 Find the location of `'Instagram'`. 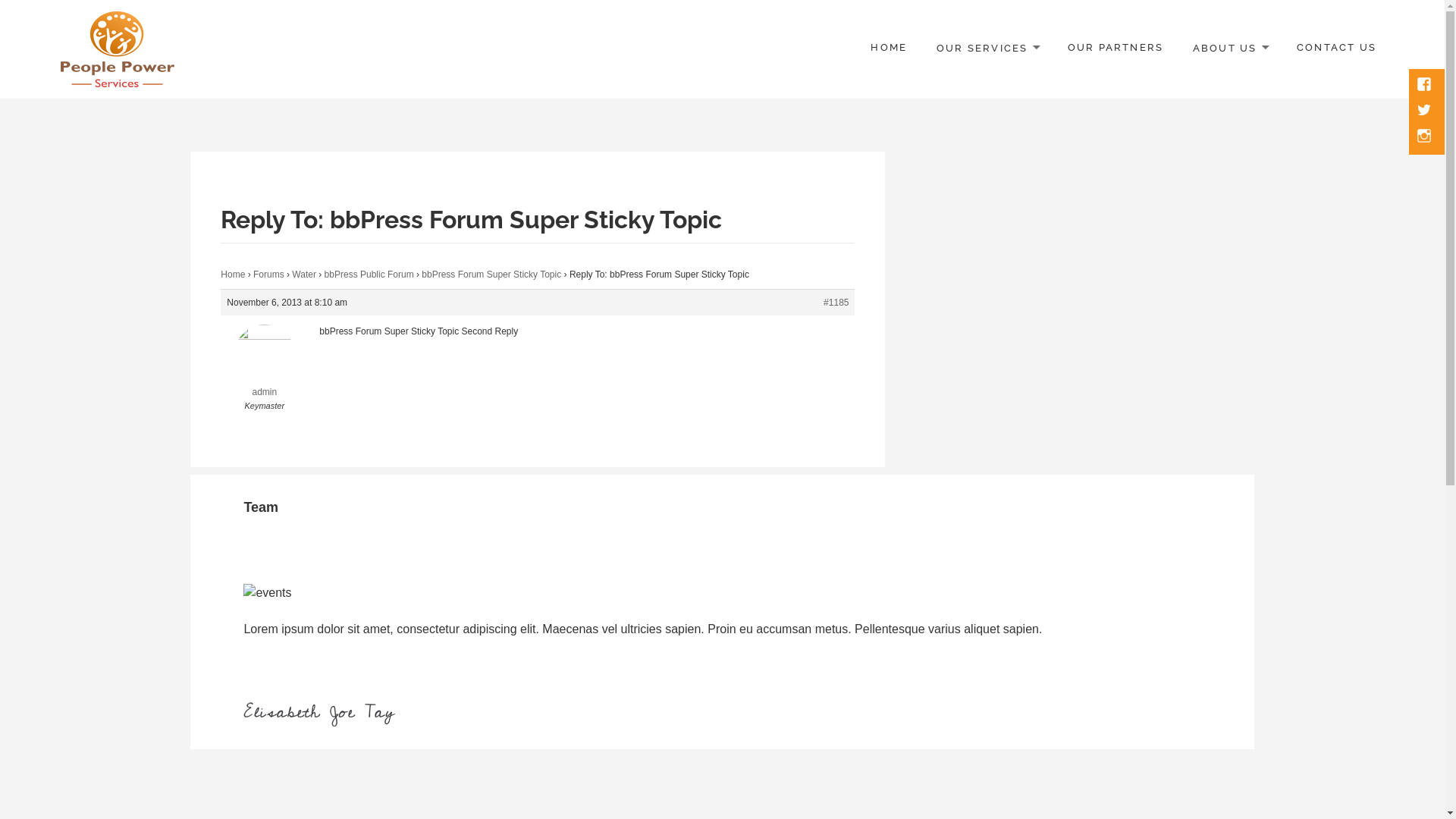

'Instagram' is located at coordinates (1425, 137).